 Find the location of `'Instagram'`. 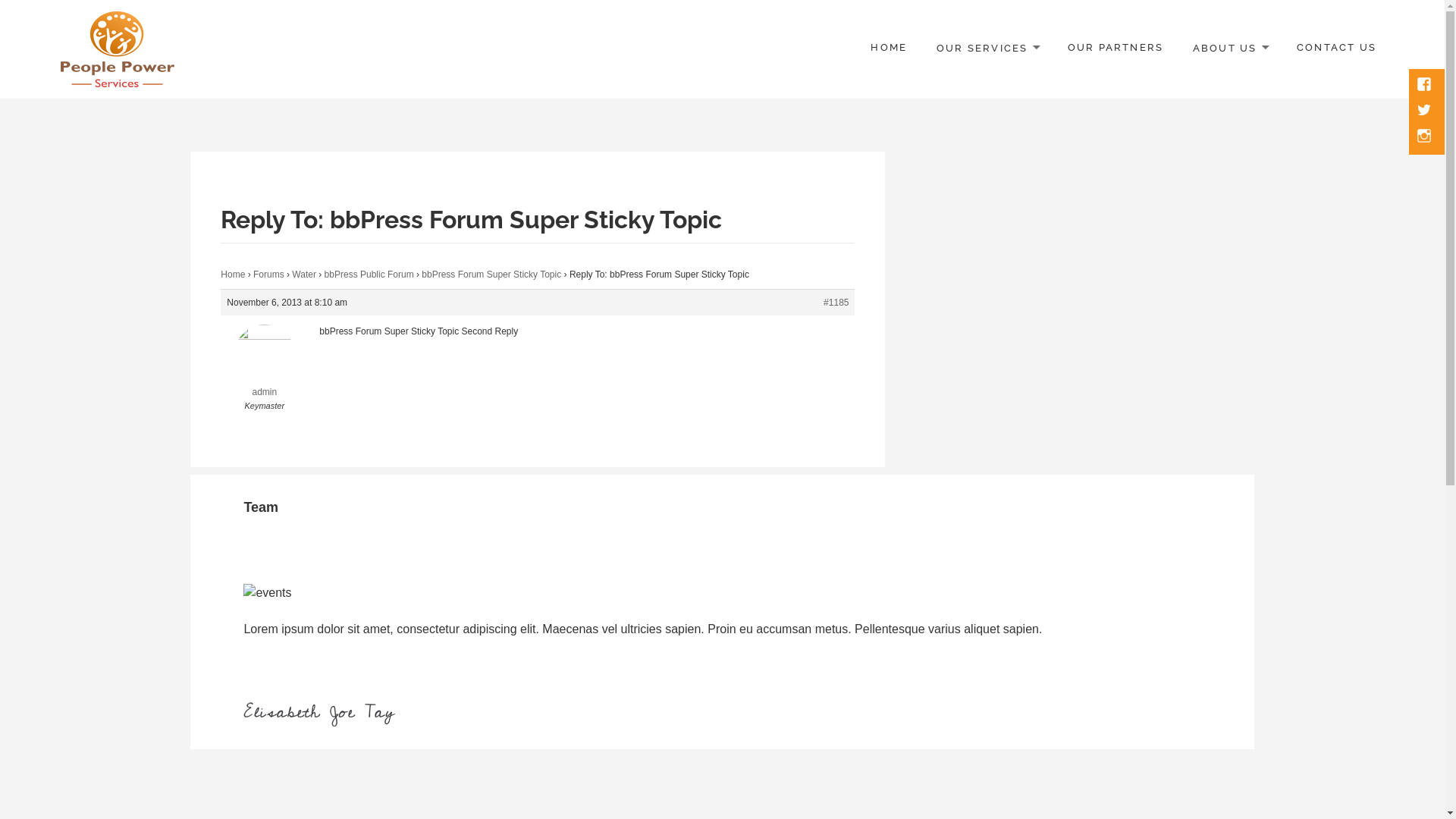

'Instagram' is located at coordinates (1425, 137).